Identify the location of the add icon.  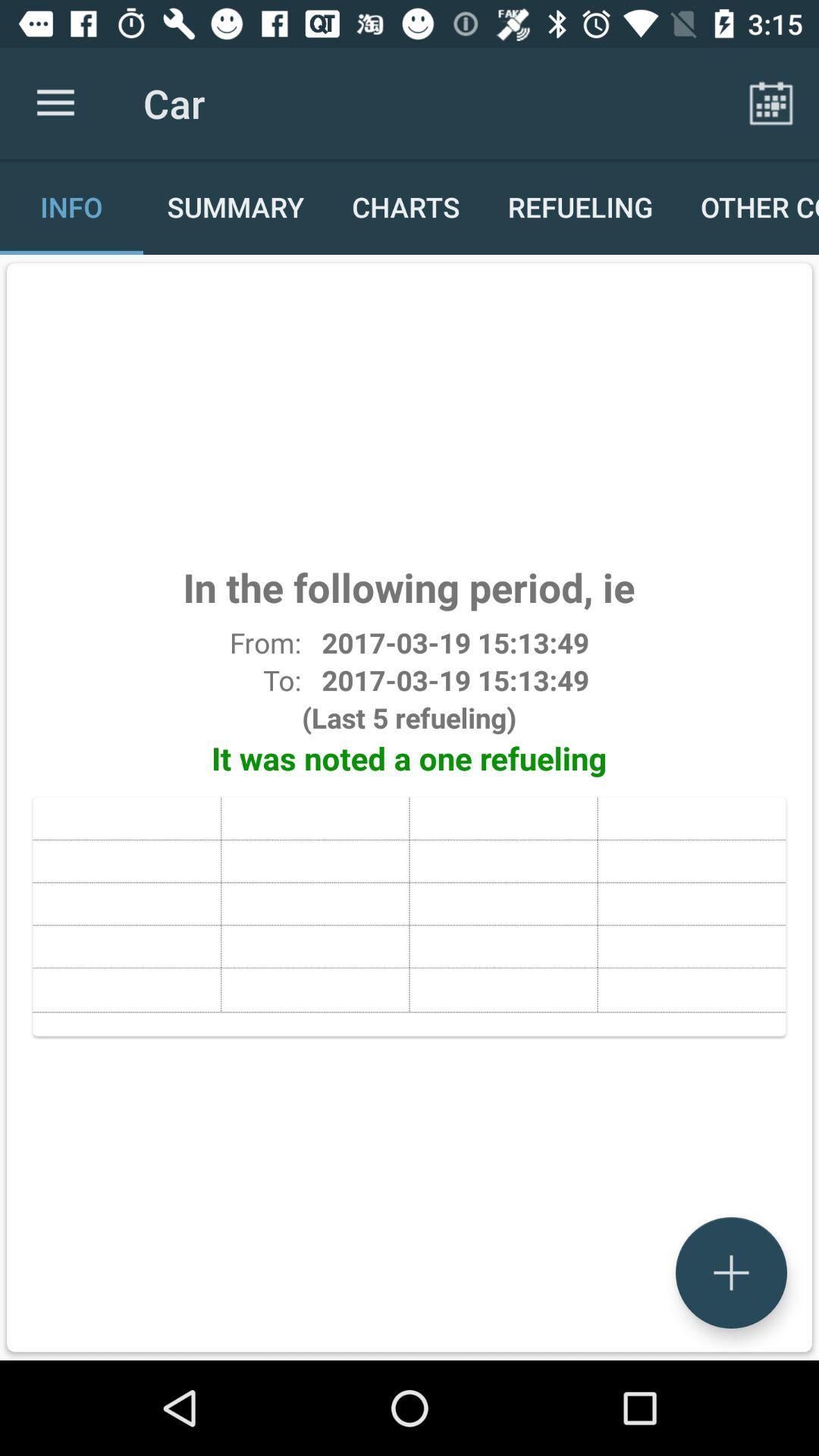
(730, 1272).